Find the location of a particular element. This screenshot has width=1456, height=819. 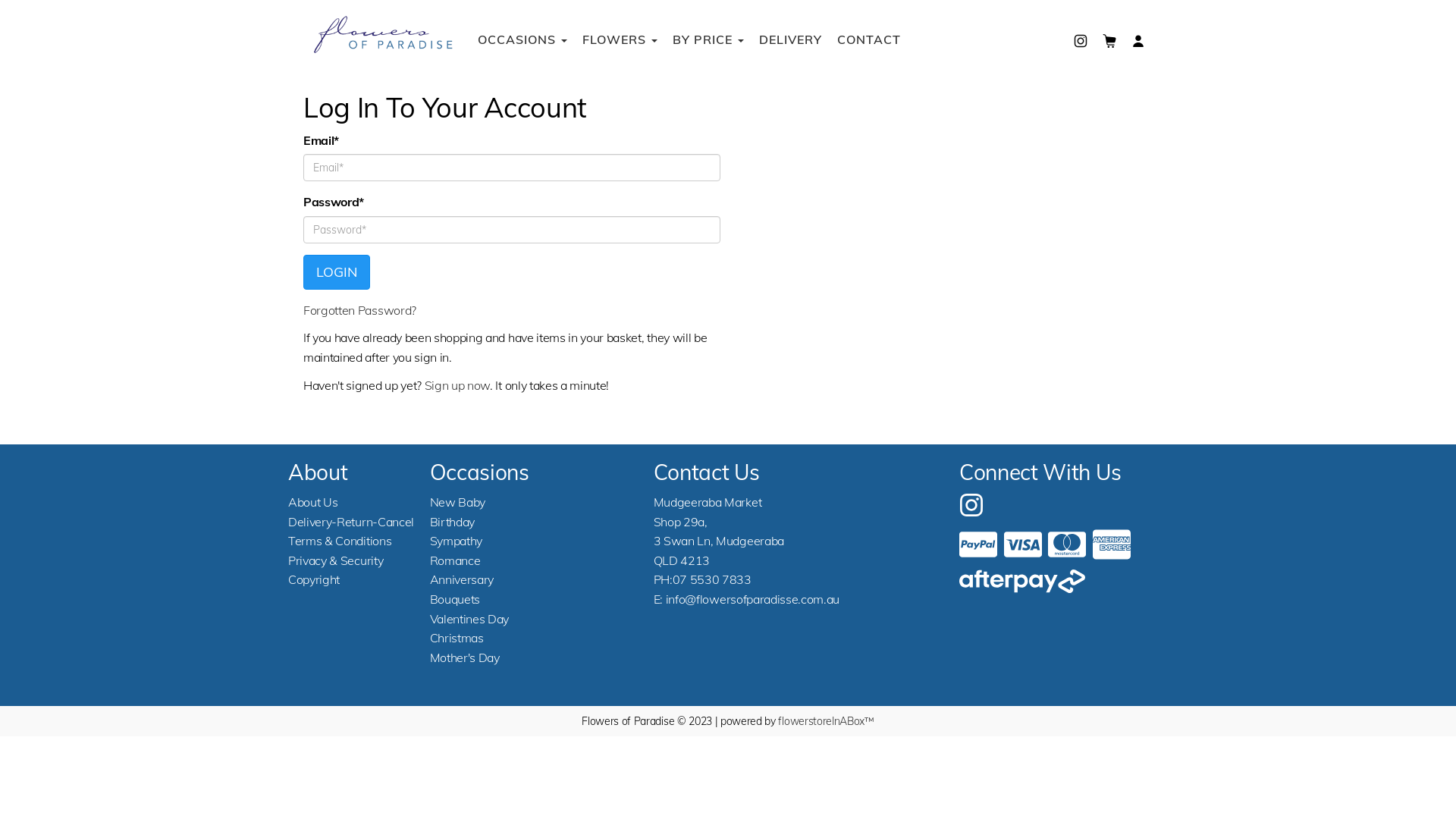

'DELIVERY' is located at coordinates (751, 38).